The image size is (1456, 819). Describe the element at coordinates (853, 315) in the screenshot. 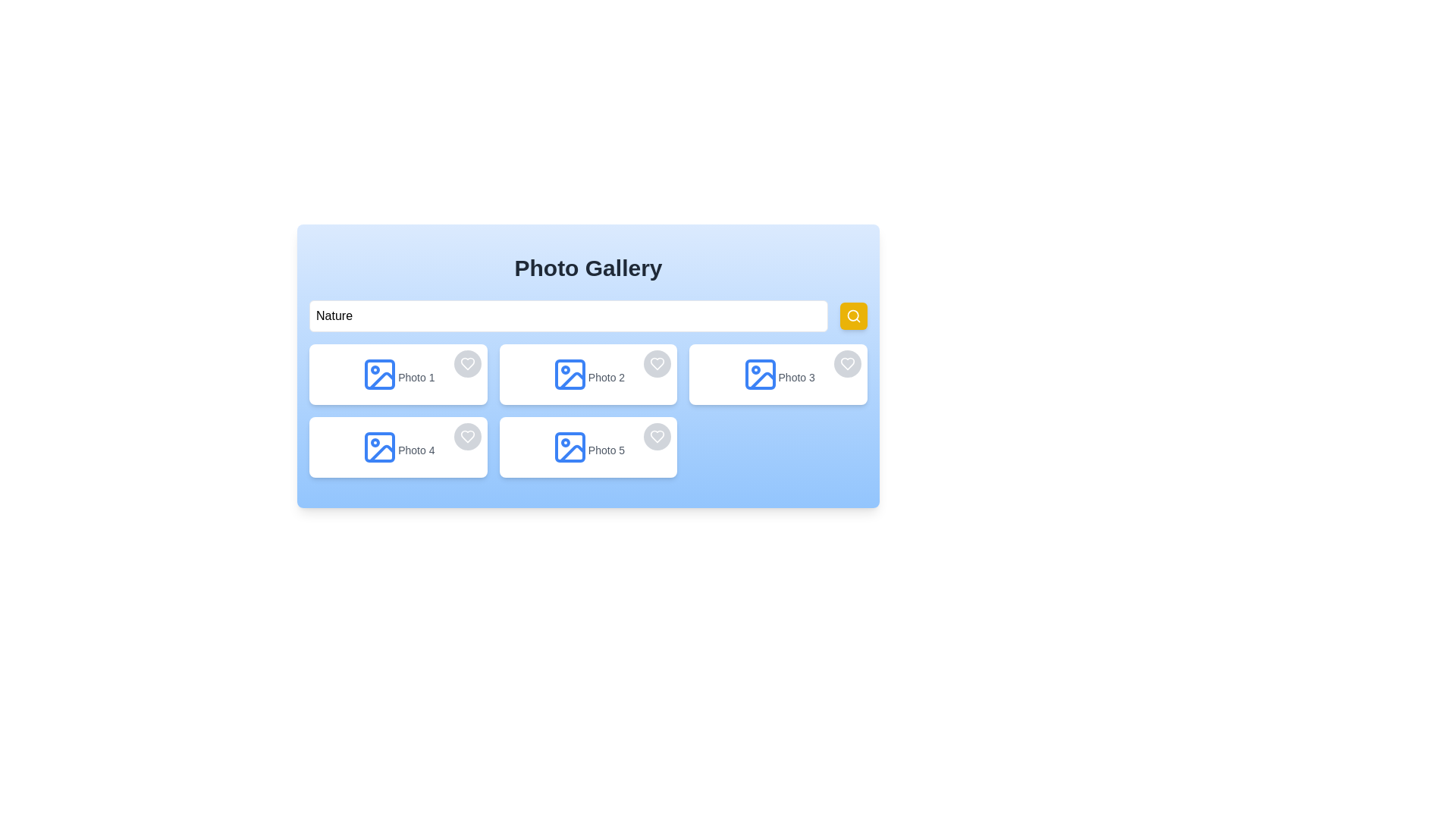

I see `the SVG circle element within the magnifying glass icon located at the top right of the application interface` at that location.